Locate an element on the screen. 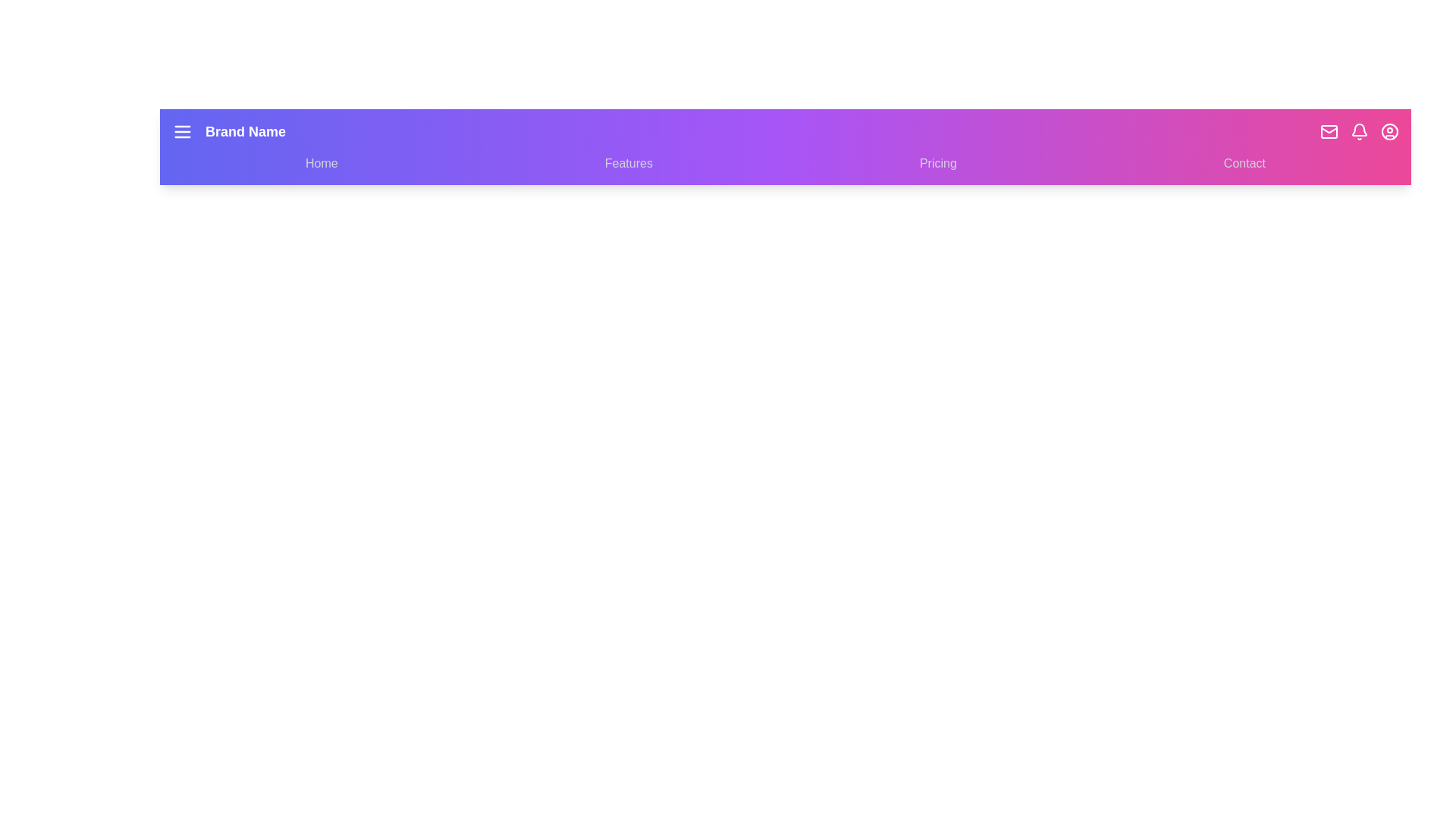 The height and width of the screenshot is (819, 1456). the 'Brand Name' text to highlight it is located at coordinates (246, 130).